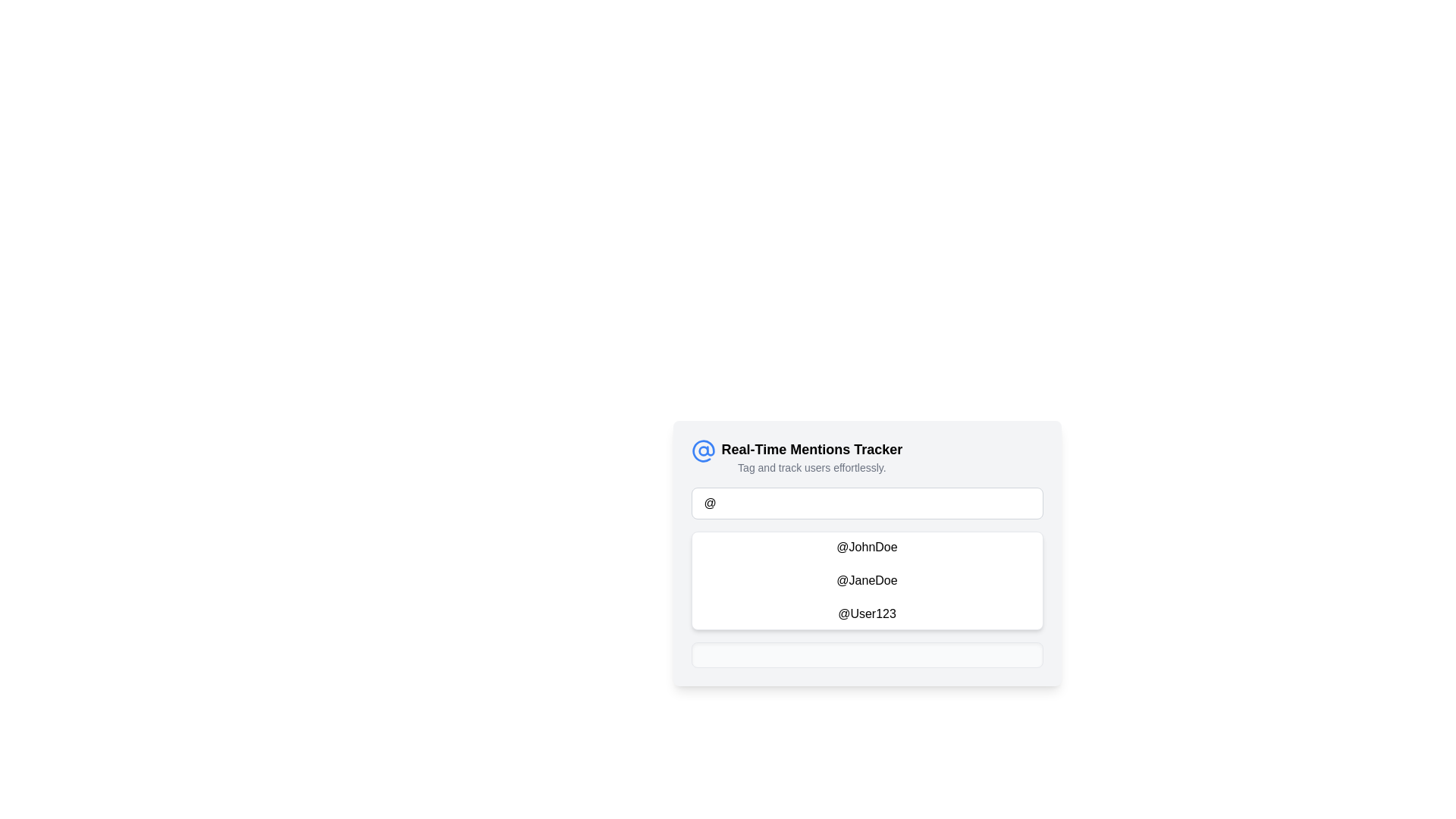 The height and width of the screenshot is (819, 1456). What do you see at coordinates (867, 456) in the screenshot?
I see `the title and description text block for the real-time mentions tracking system, located near the top of the card-like section, adjacent to the at-sign icon` at bounding box center [867, 456].